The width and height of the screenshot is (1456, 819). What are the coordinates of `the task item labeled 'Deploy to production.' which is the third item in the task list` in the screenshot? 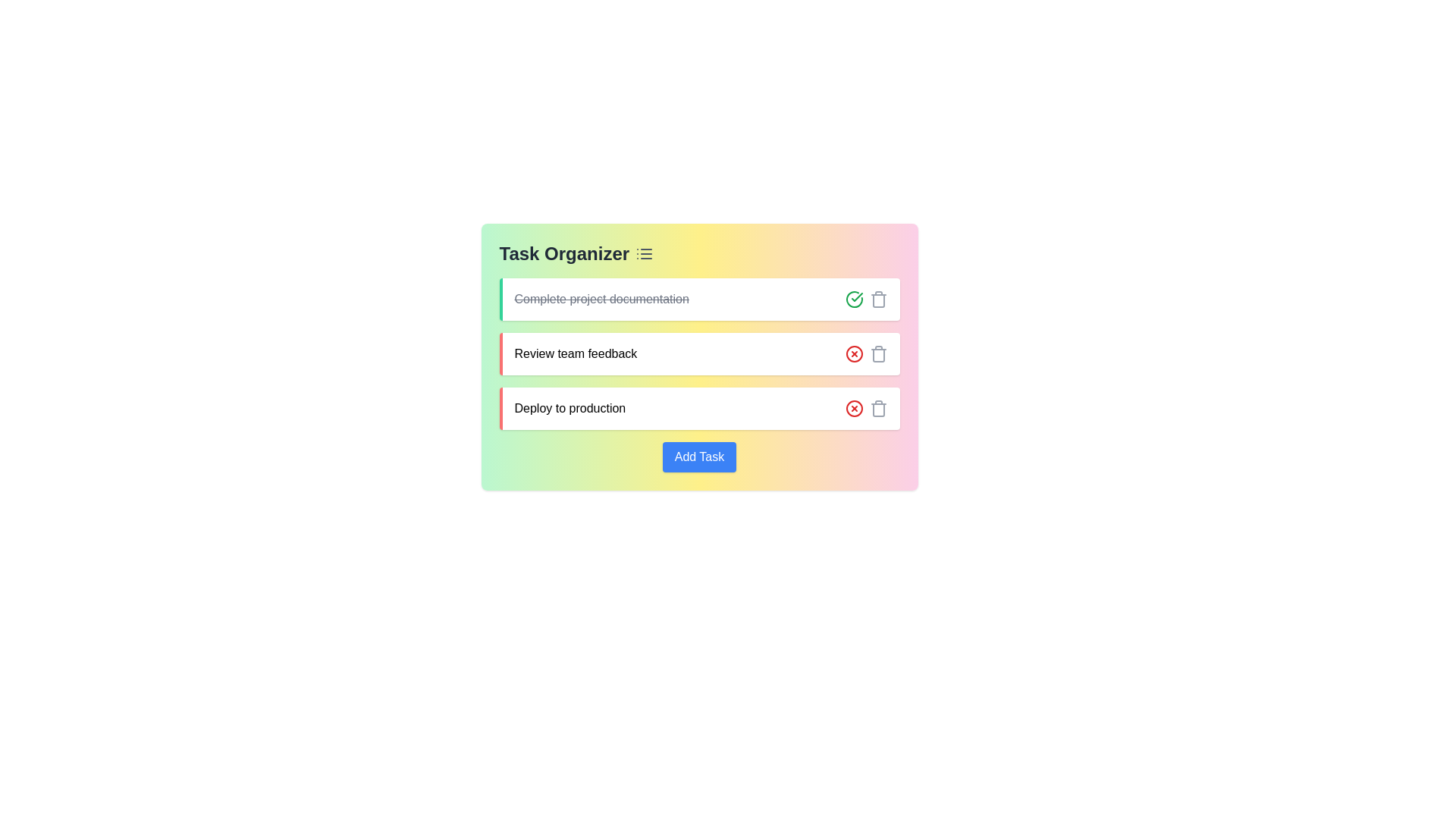 It's located at (698, 408).